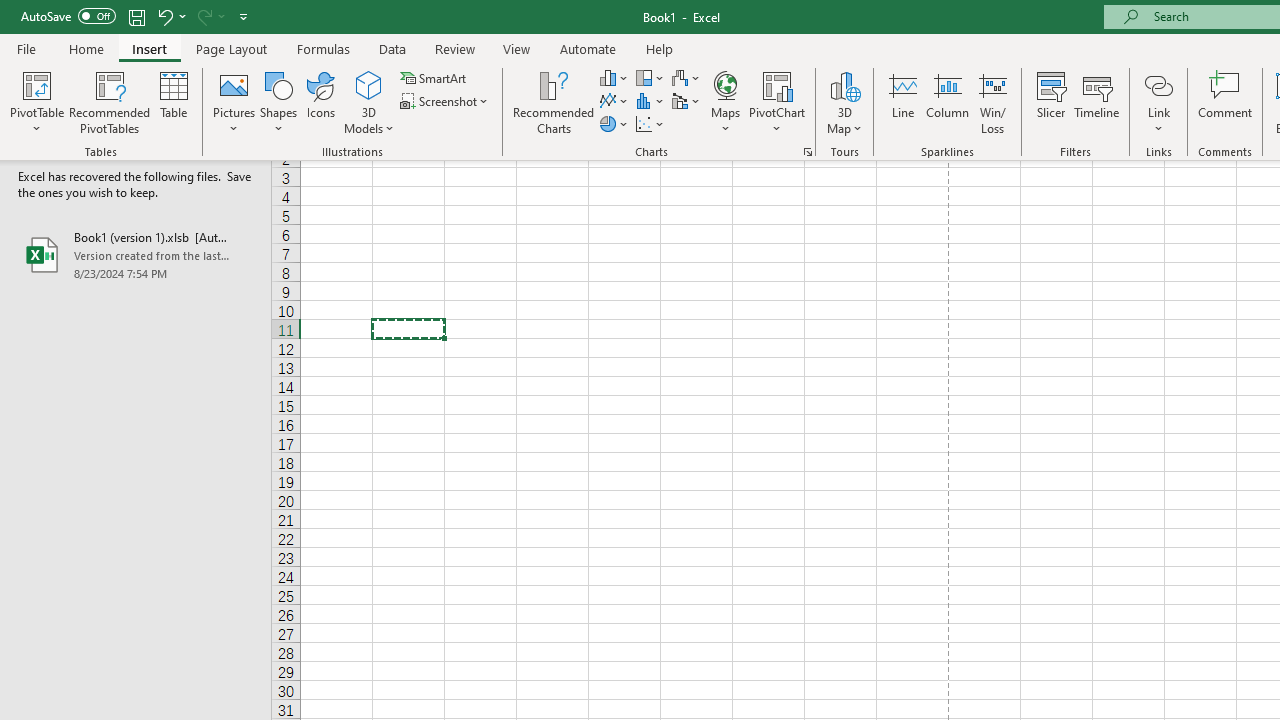 This screenshot has height=720, width=1280. What do you see at coordinates (454, 48) in the screenshot?
I see `'Review'` at bounding box center [454, 48].